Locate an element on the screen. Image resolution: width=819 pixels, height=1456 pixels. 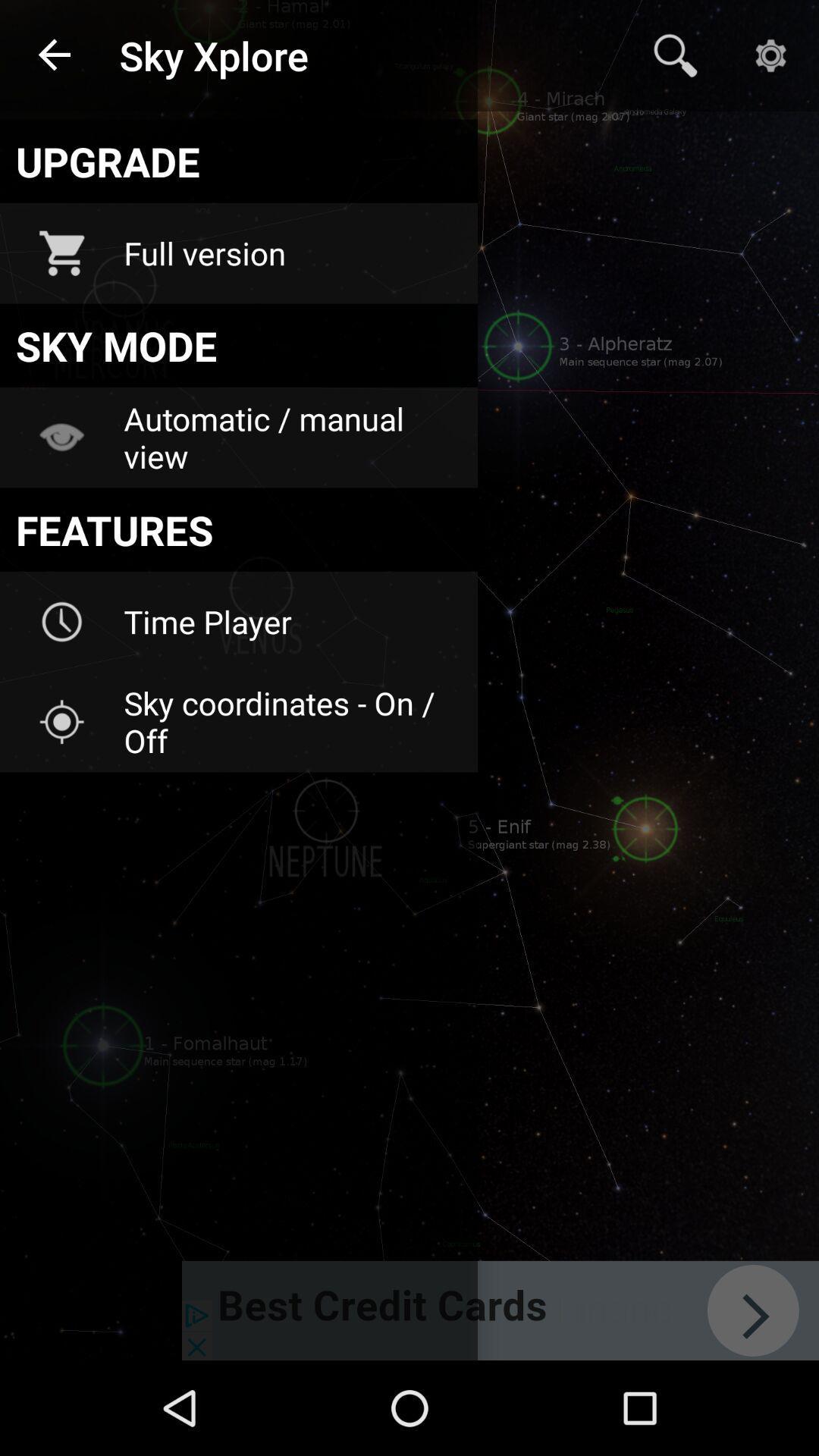
the sky coordinates on icon is located at coordinates (290, 721).